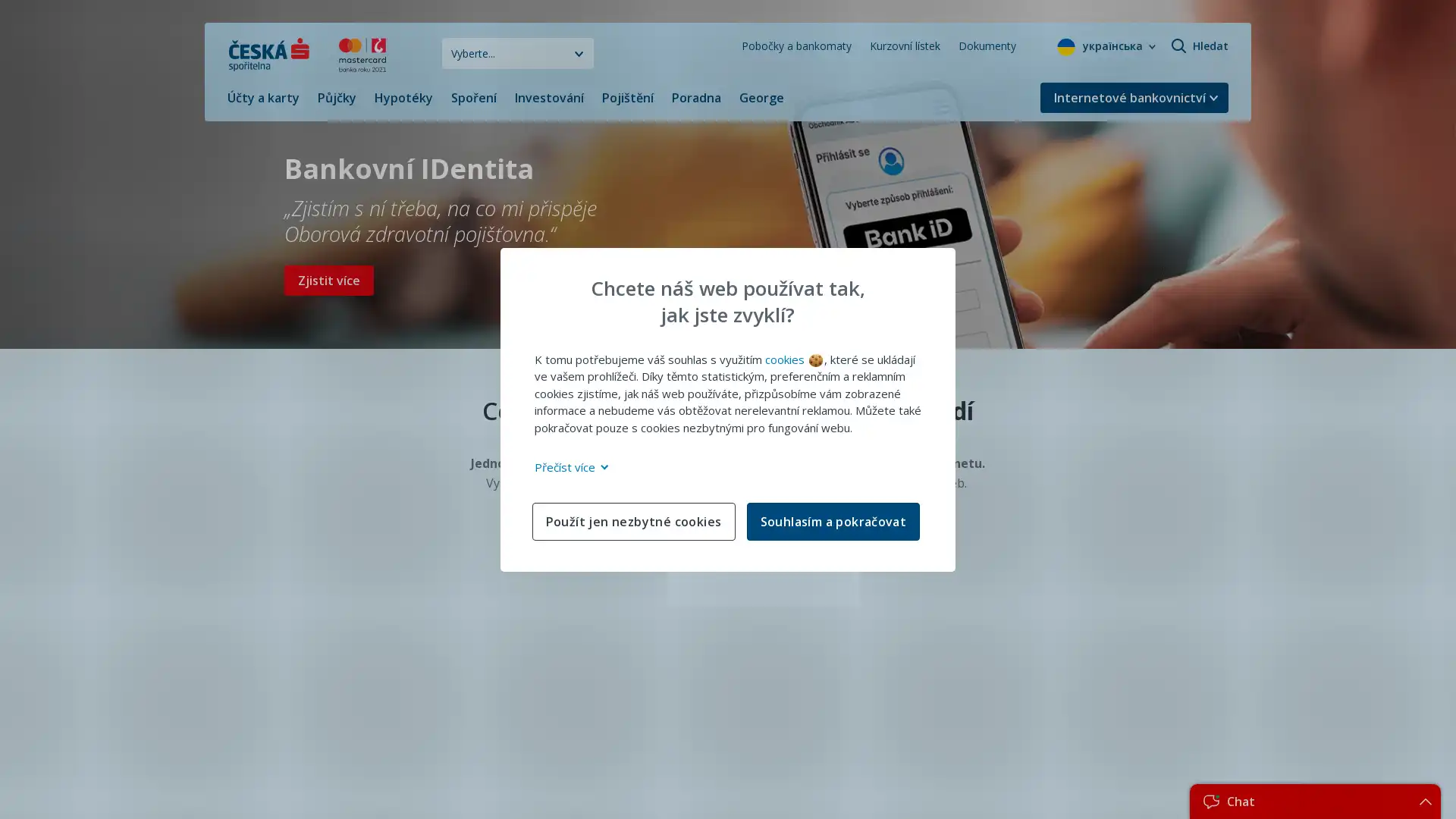 Image resolution: width=1456 pixels, height=819 pixels. I want to click on Pouzit jen nezbytne cookies, so click(633, 519).